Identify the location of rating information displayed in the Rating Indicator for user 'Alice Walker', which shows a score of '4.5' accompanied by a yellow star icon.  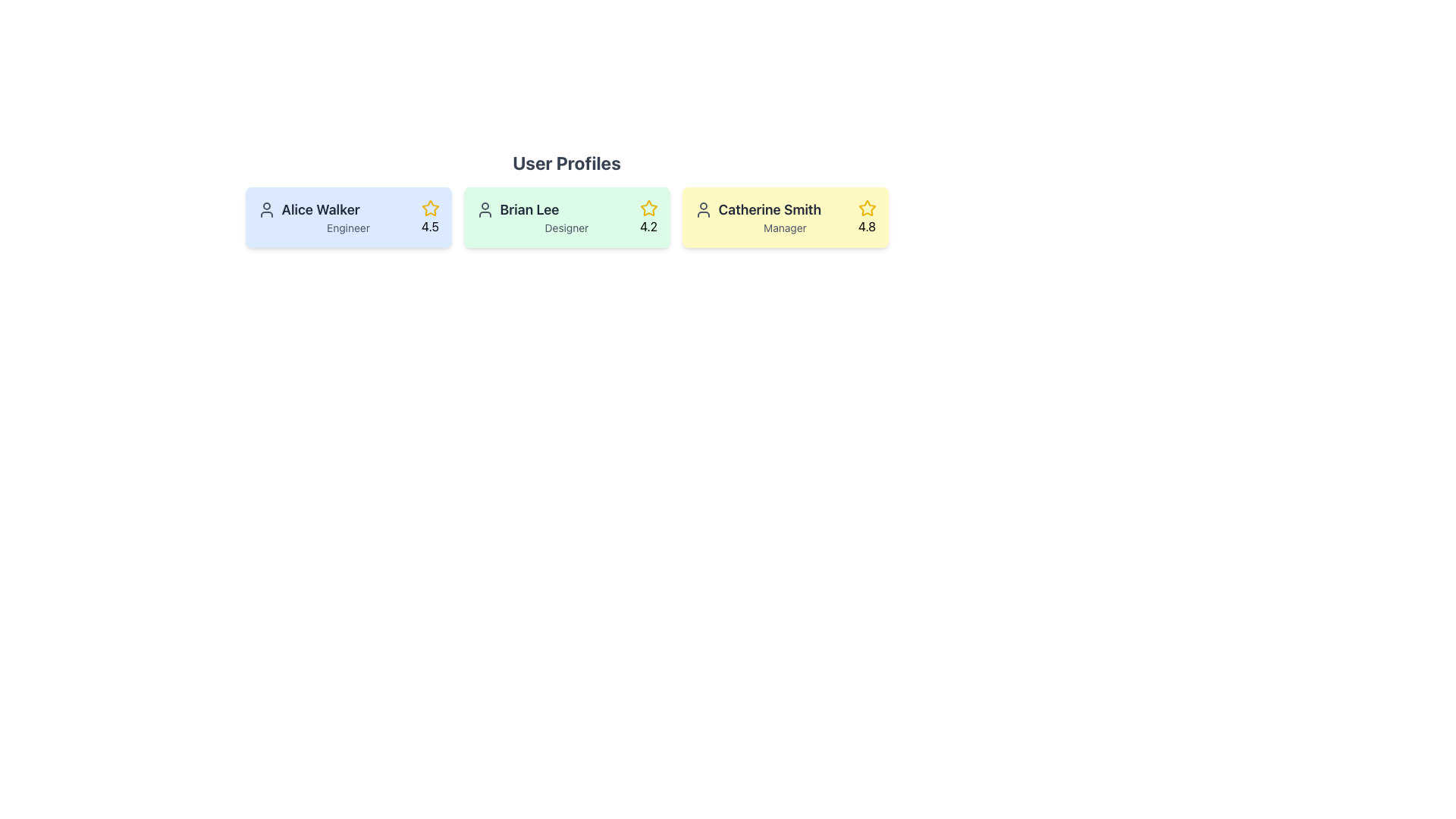
(429, 217).